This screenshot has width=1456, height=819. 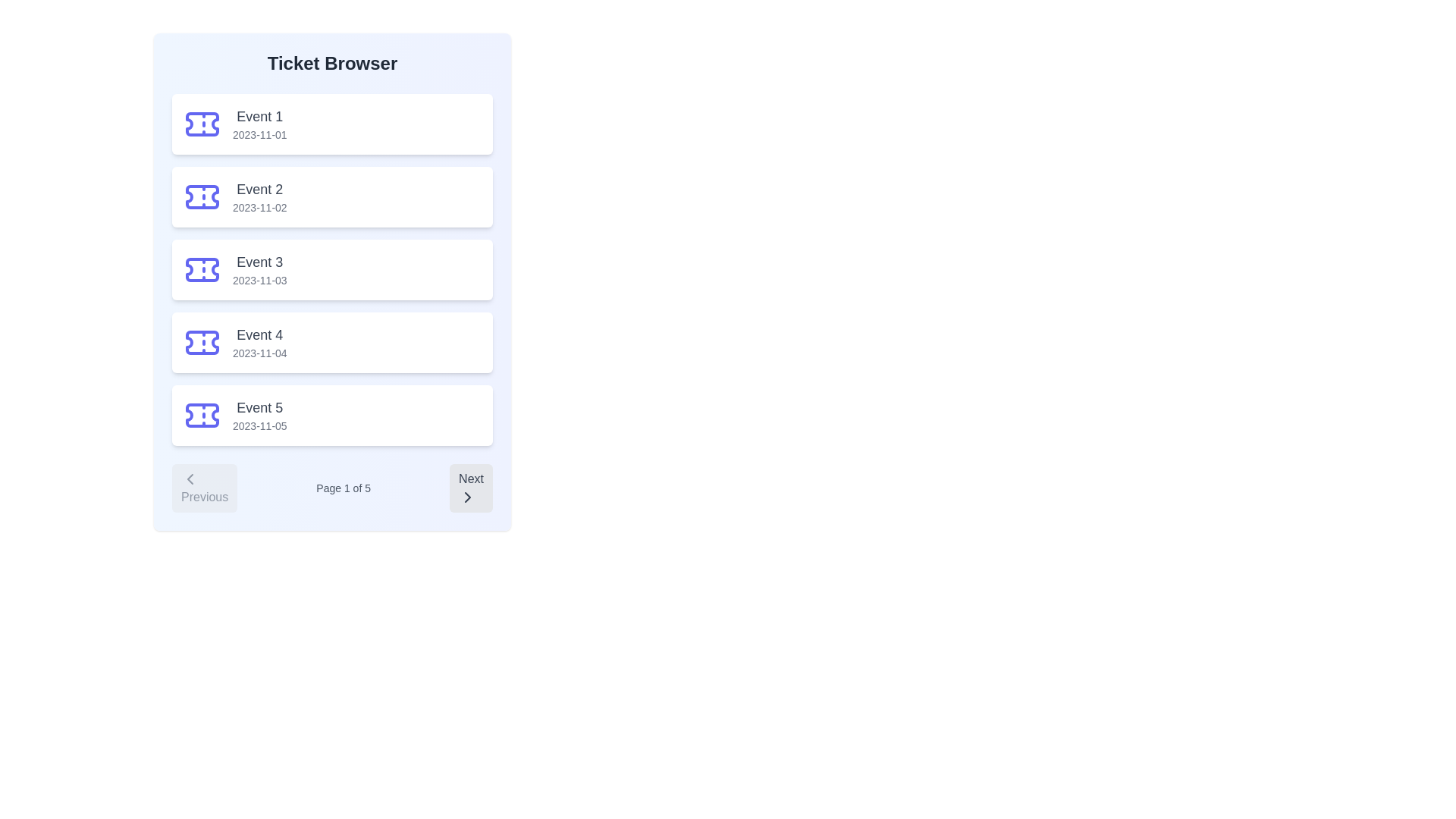 I want to click on the text block displaying the title and subtitle of 'Event 5', so click(x=259, y=415).